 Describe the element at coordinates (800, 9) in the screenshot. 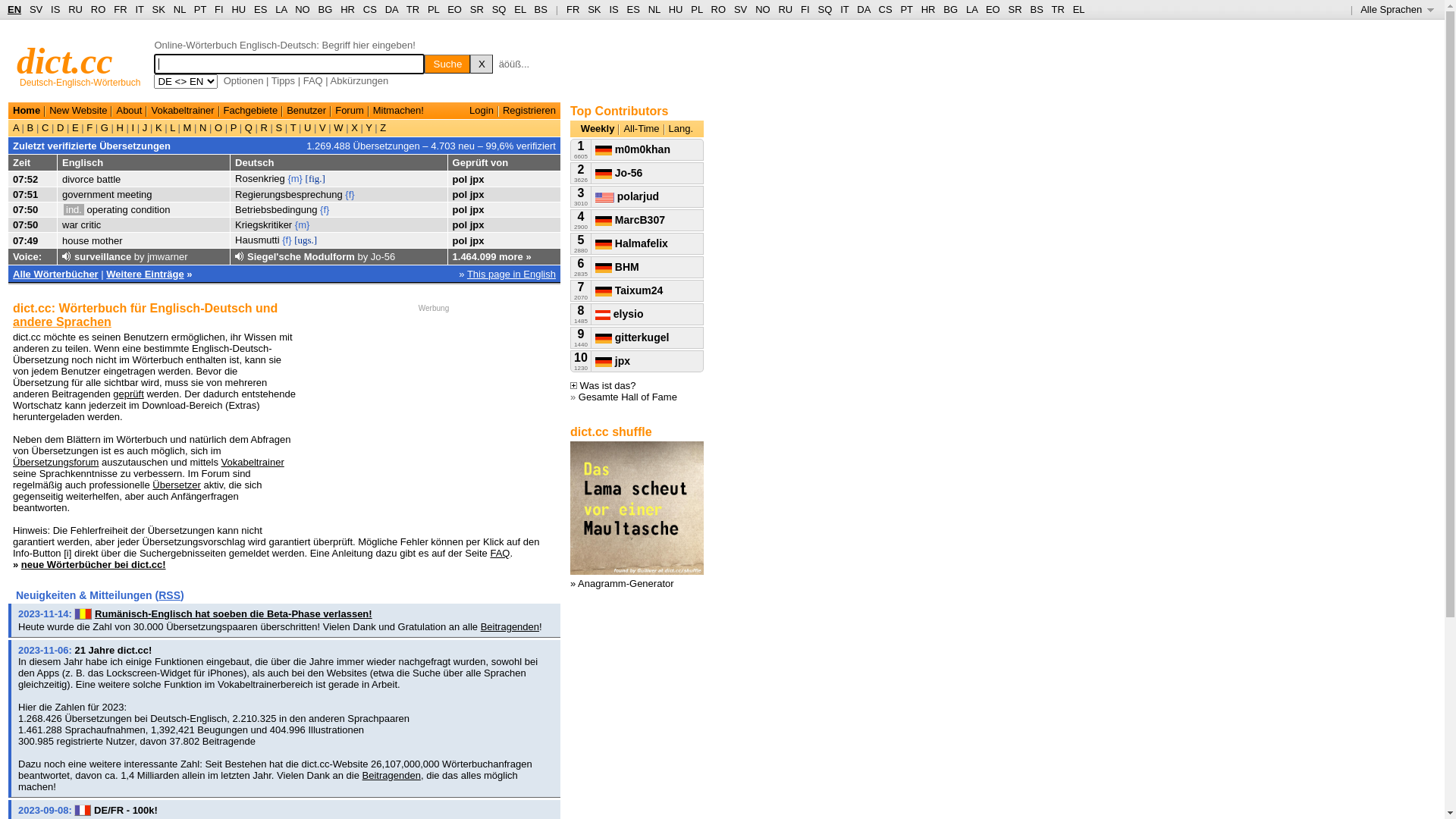

I see `'FI'` at that location.